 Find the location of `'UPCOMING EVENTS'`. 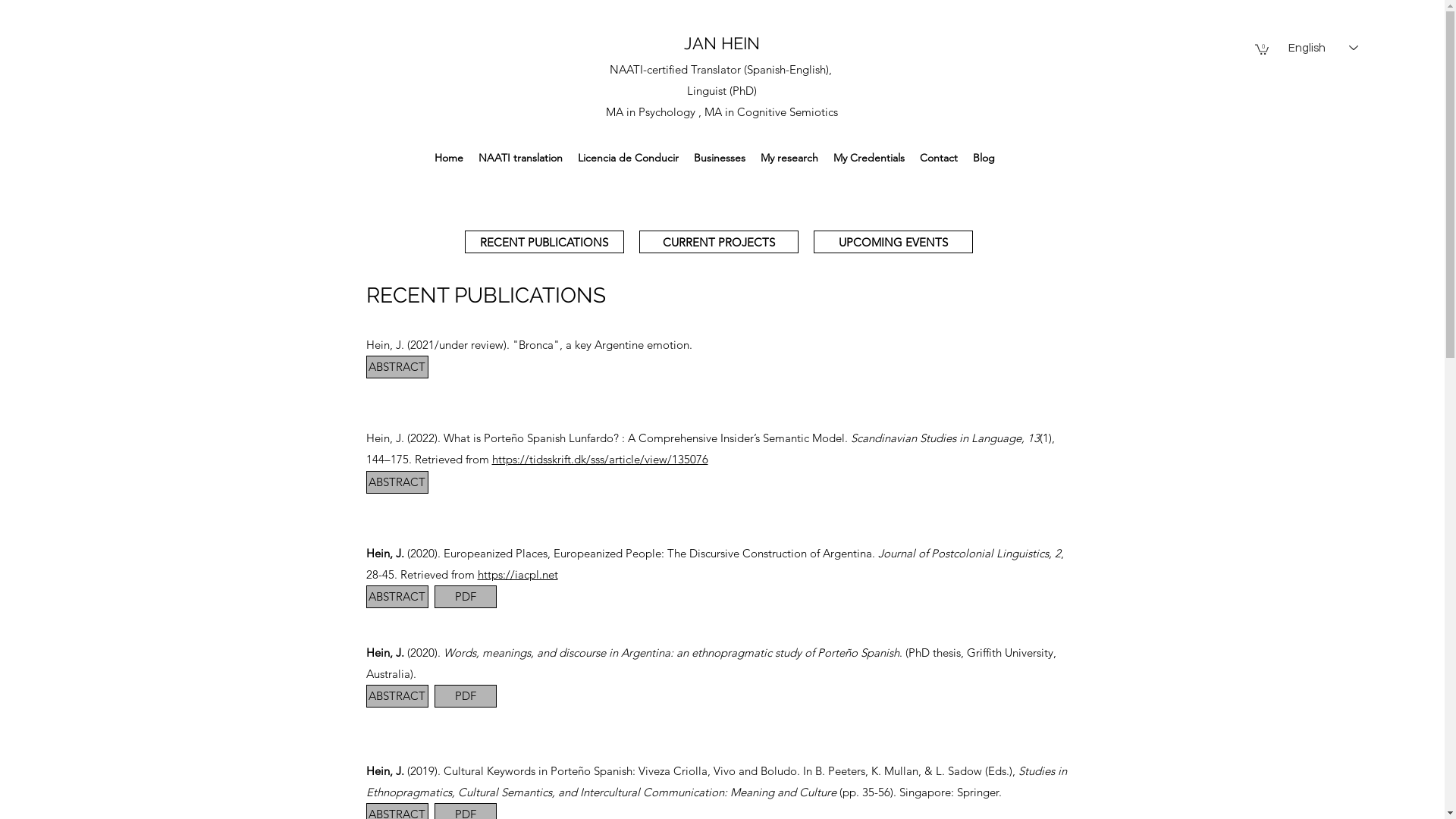

'UPCOMING EVENTS' is located at coordinates (892, 241).